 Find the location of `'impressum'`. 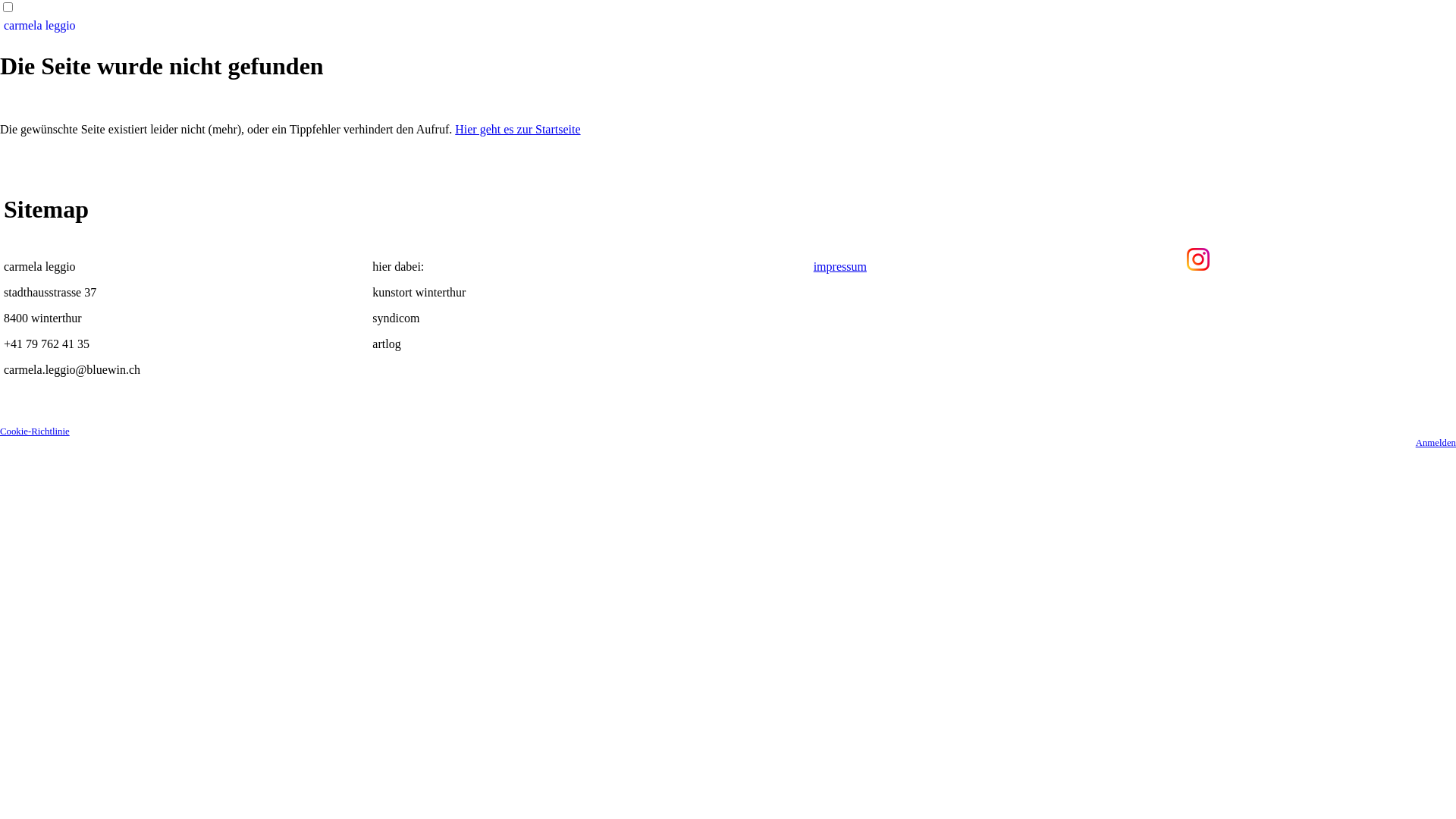

'impressum' is located at coordinates (813, 265).